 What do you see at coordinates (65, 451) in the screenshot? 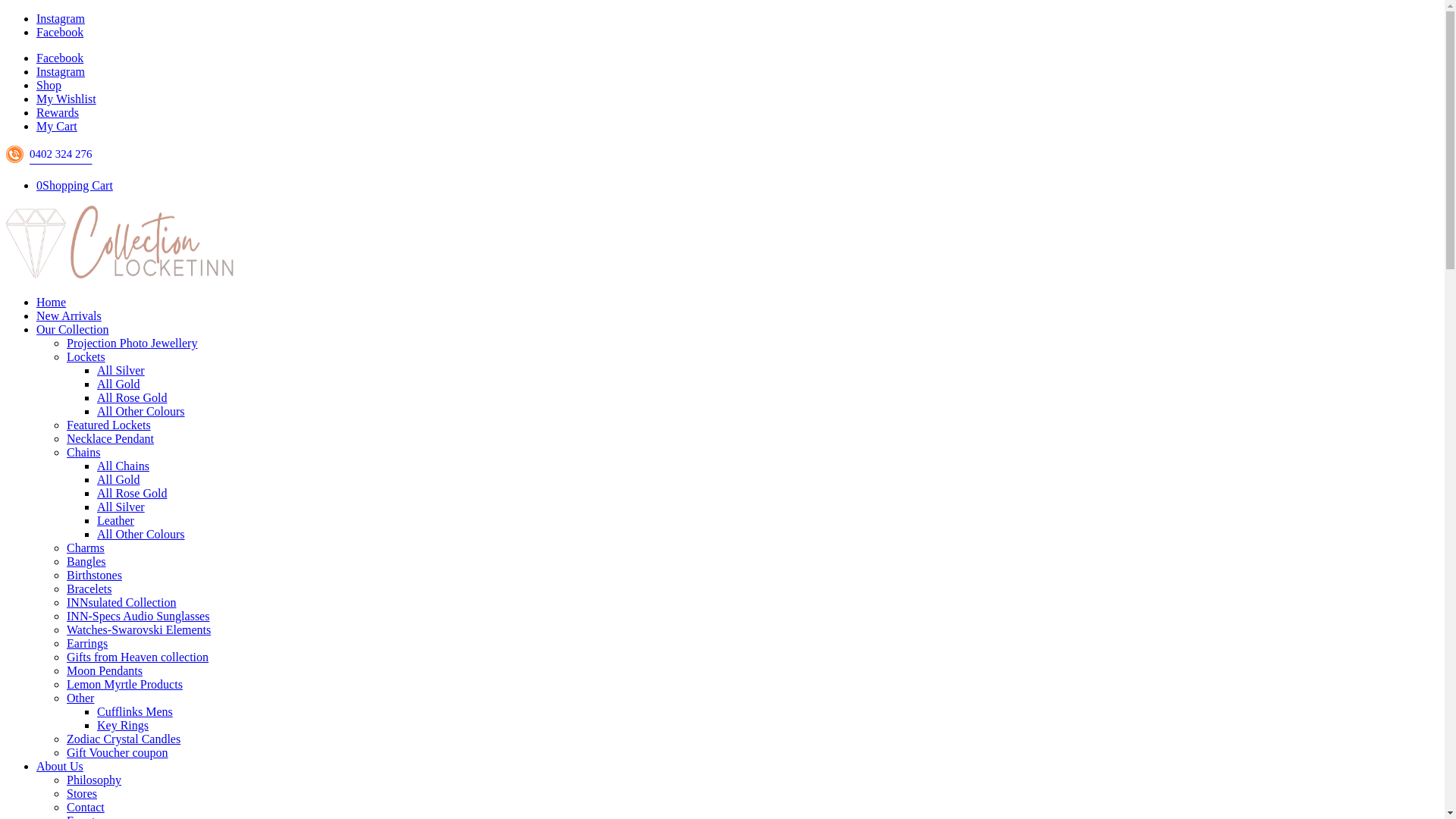
I see `'Chains'` at bounding box center [65, 451].